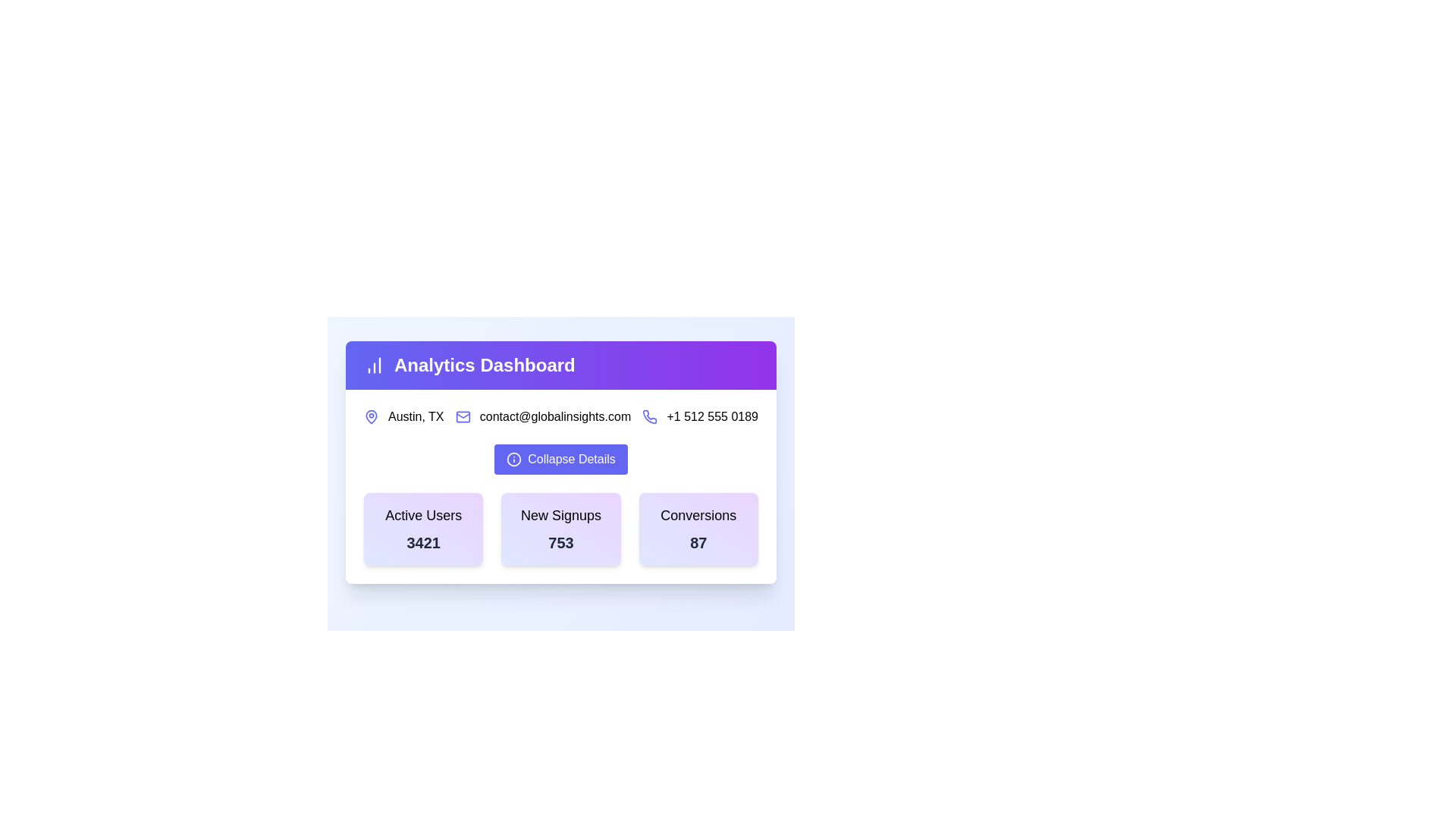 This screenshot has width=1456, height=819. Describe the element at coordinates (560, 417) in the screenshot. I see `the Information display panel that shows contact information, located below the 'Analytics Dashboard' header and above the 'Collapse Details' button` at that location.